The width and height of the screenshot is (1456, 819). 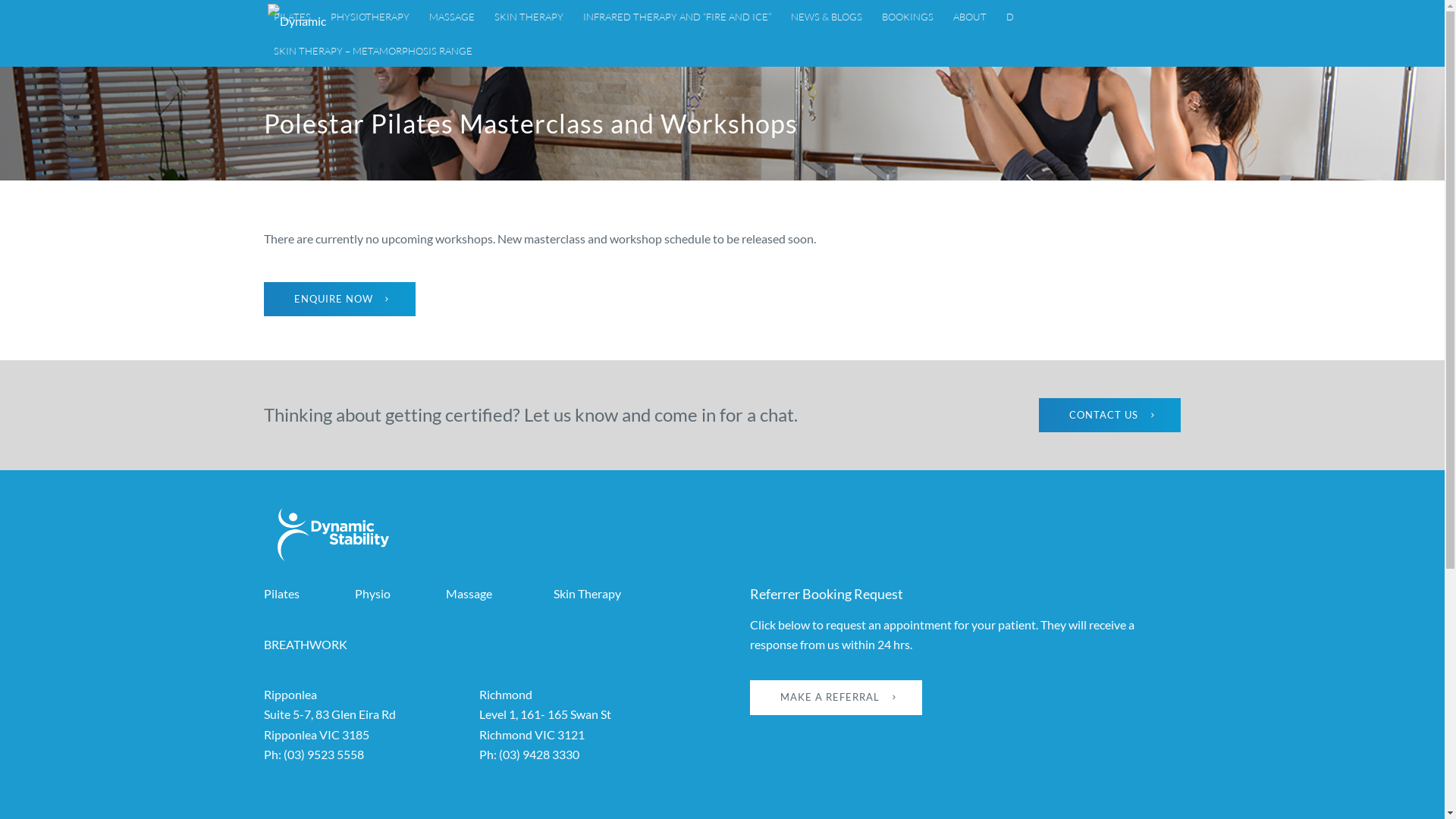 What do you see at coordinates (825, 17) in the screenshot?
I see `'NEWS & BLOGS'` at bounding box center [825, 17].